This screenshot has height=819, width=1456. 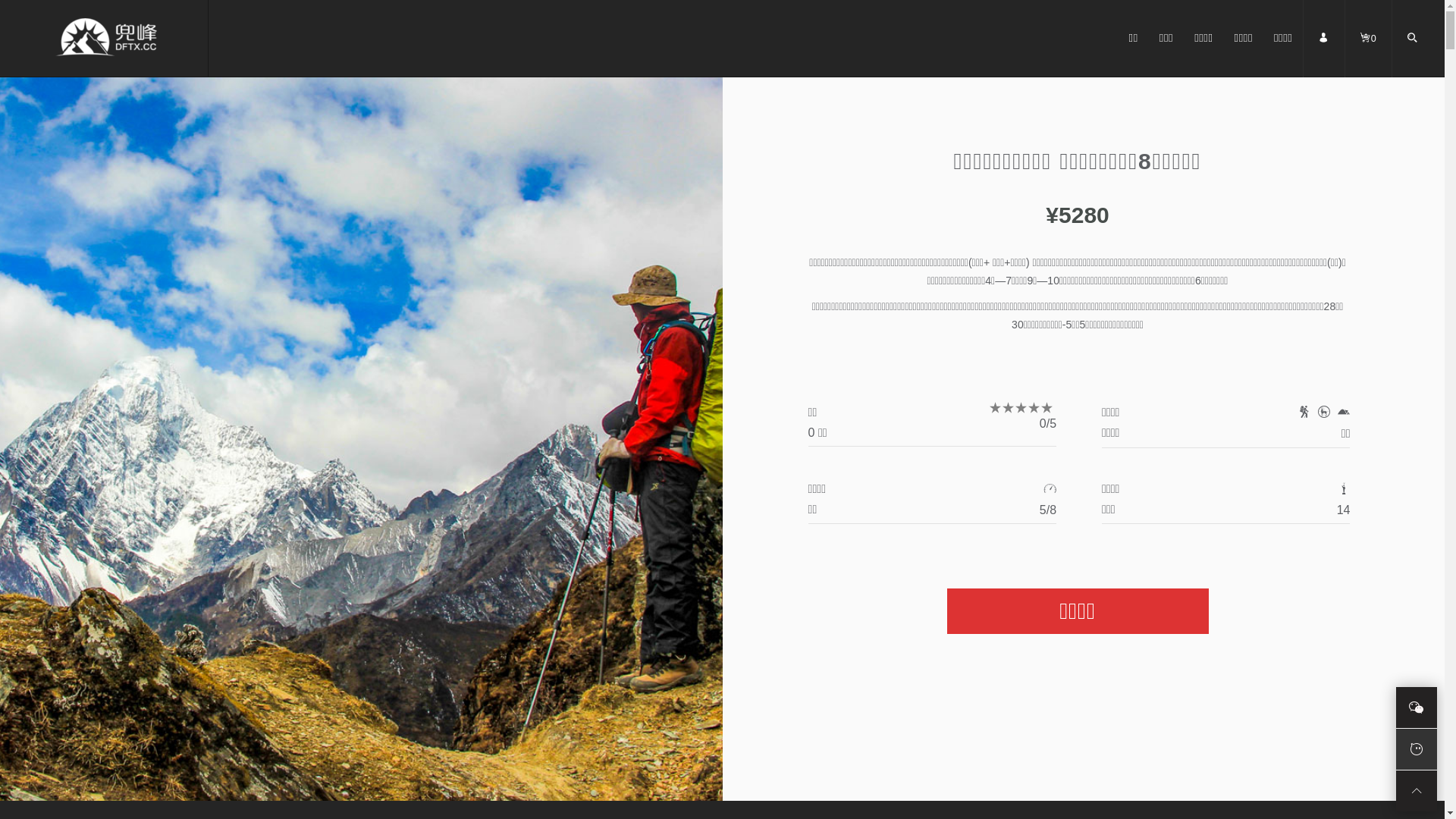 What do you see at coordinates (1368, 52) in the screenshot?
I see `'0'` at bounding box center [1368, 52].